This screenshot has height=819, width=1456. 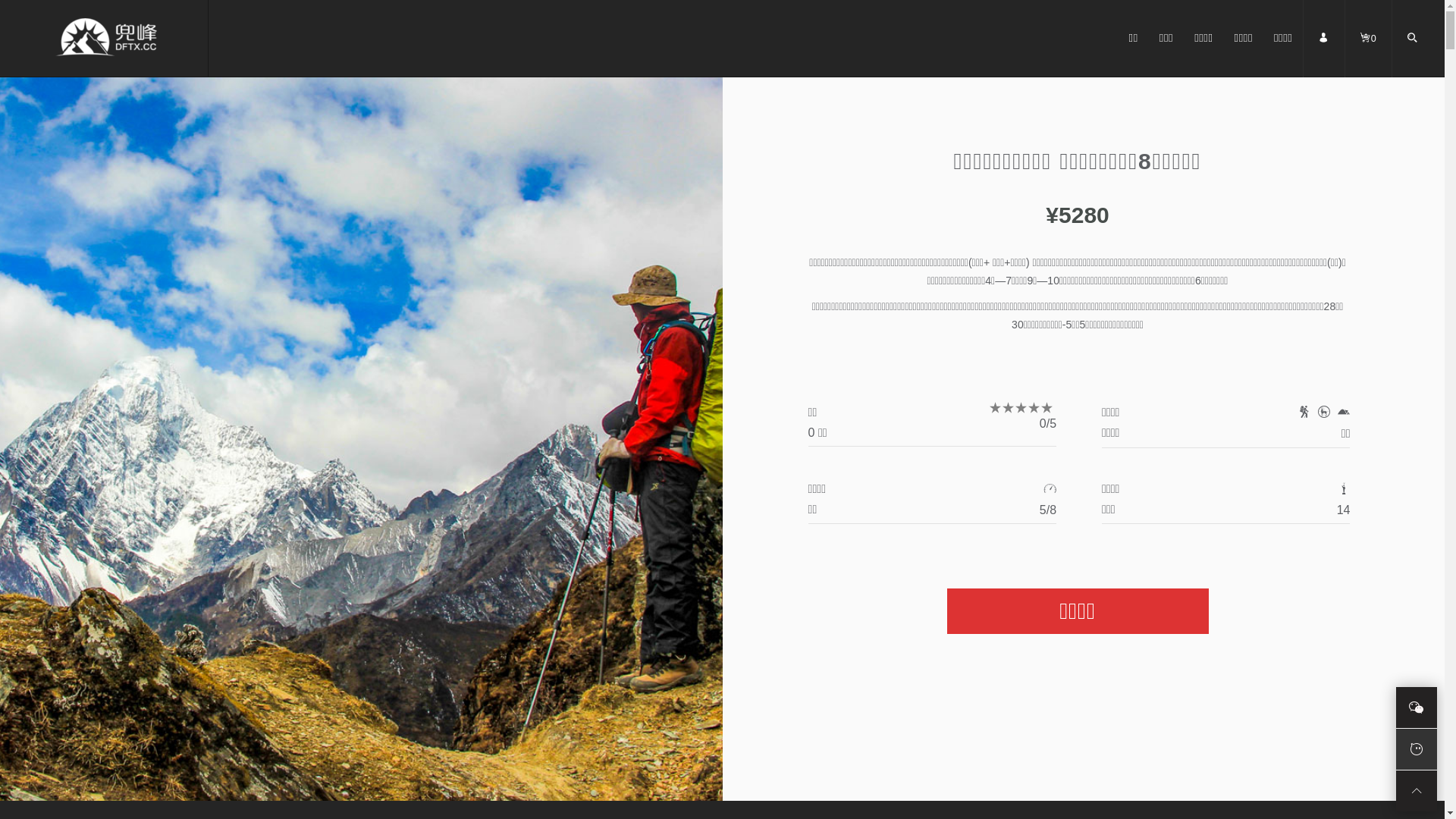 What do you see at coordinates (1368, 52) in the screenshot?
I see `'0'` at bounding box center [1368, 52].